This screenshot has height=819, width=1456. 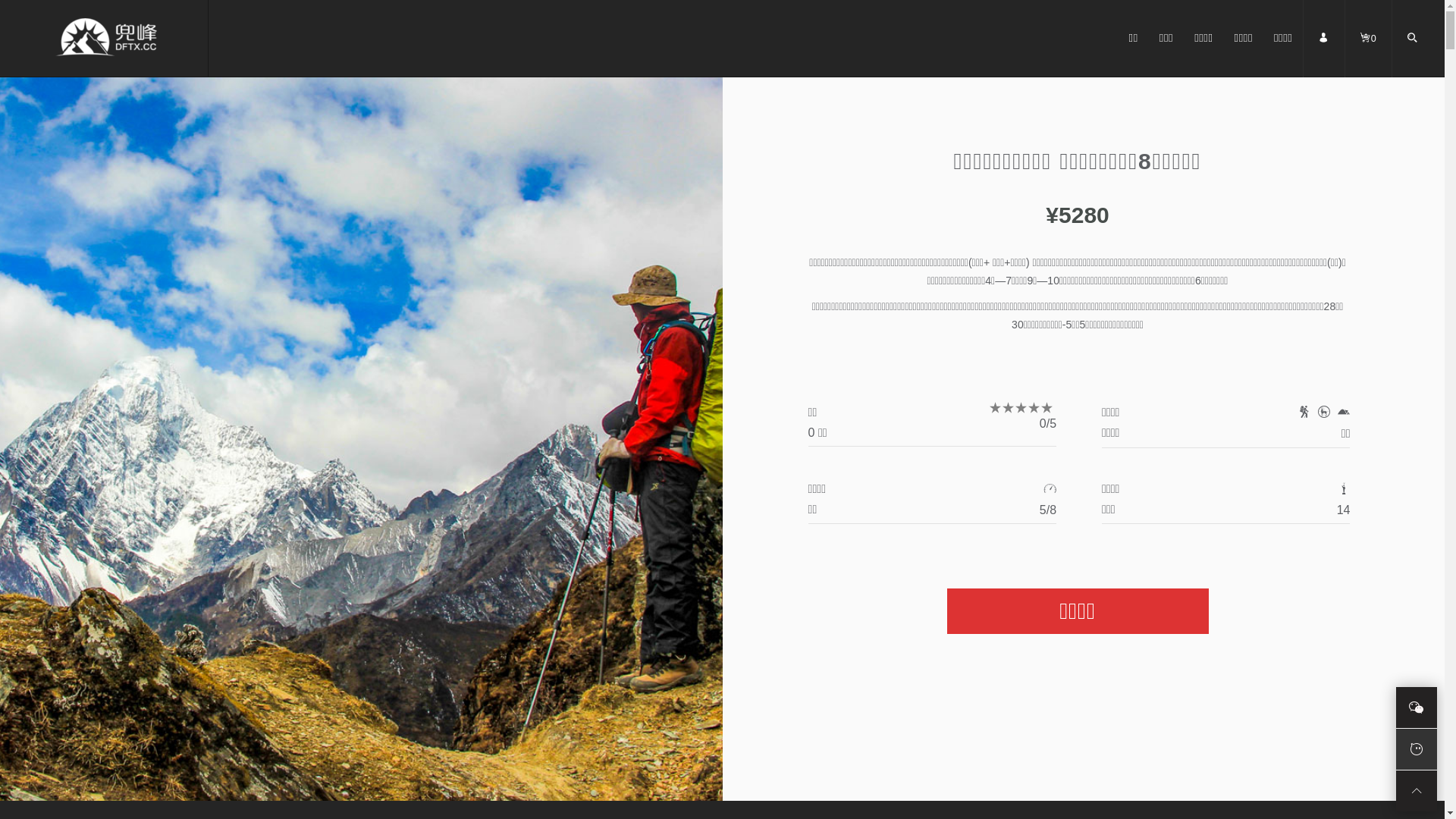 What do you see at coordinates (1368, 52) in the screenshot?
I see `'0'` at bounding box center [1368, 52].